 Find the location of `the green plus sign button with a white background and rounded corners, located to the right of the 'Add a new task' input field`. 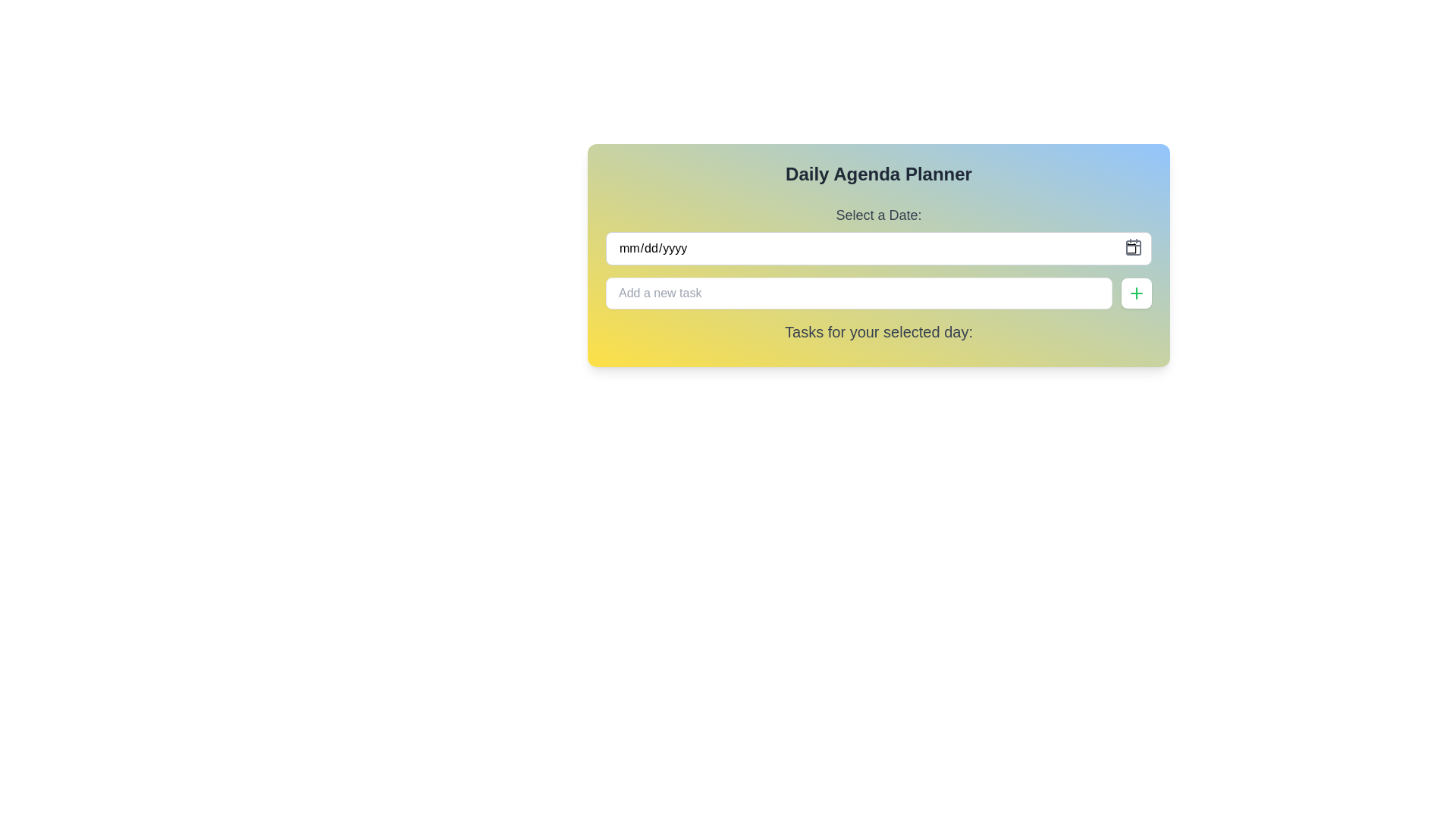

the green plus sign button with a white background and rounded corners, located to the right of the 'Add a new task' input field is located at coordinates (1136, 293).